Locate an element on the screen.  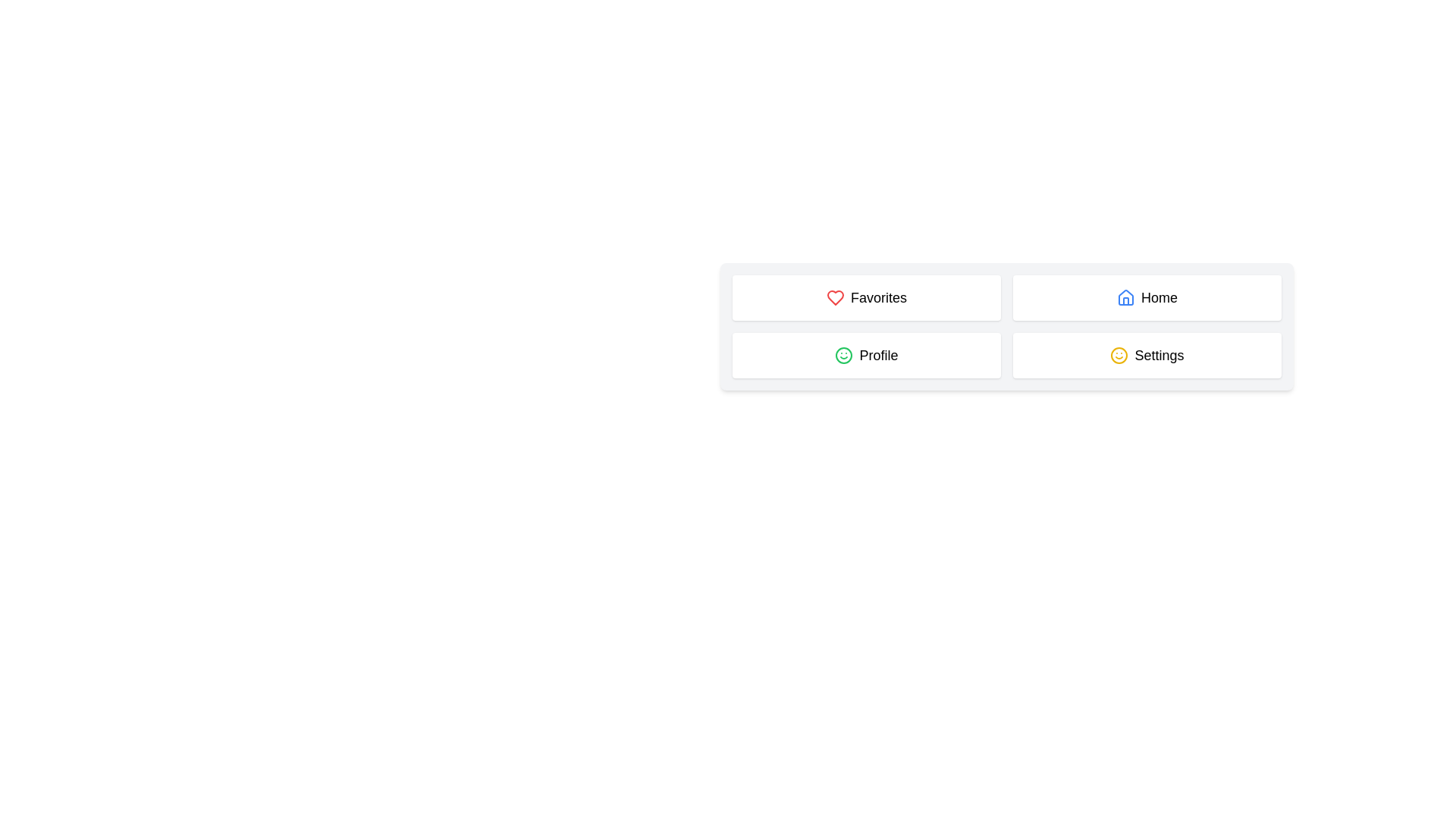
the 'Favorites' icon, which serves as a visual indicator for favorite items, located in the top-left section of the grid before the text 'Favorites' is located at coordinates (834, 298).